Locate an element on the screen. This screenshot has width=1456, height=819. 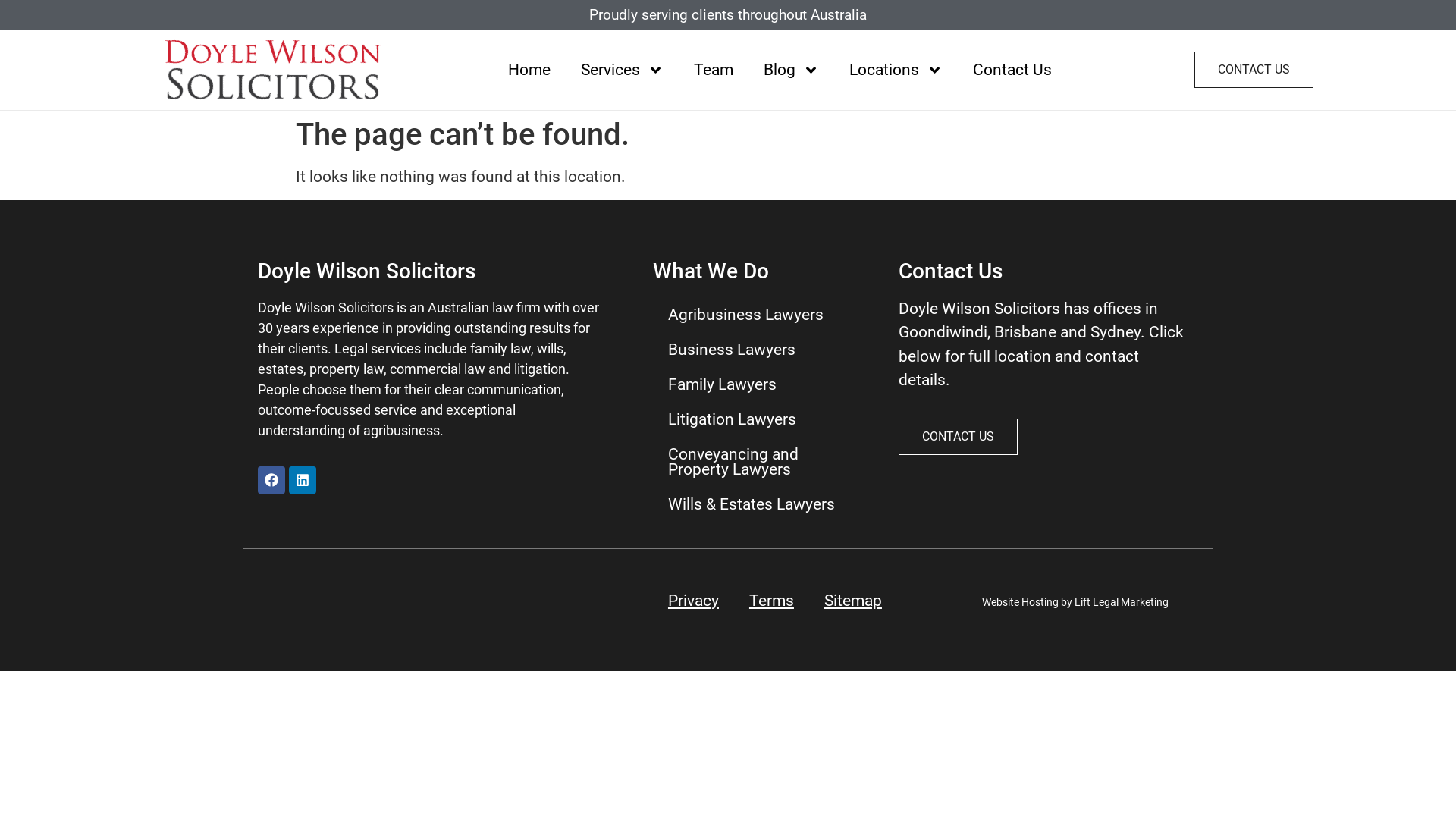
'Family Lawyers' is located at coordinates (761, 383).